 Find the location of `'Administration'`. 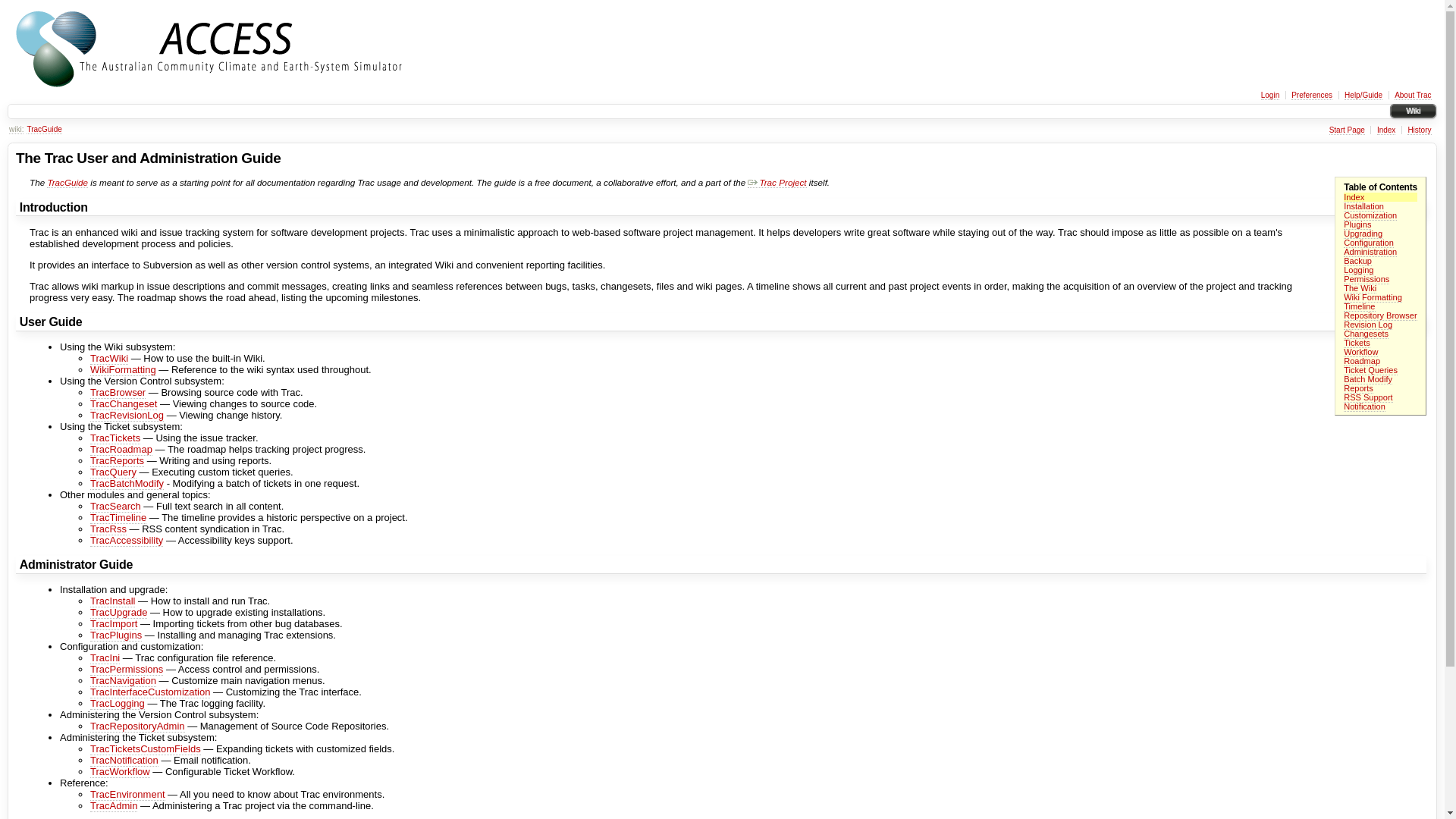

'Administration' is located at coordinates (1343, 251).